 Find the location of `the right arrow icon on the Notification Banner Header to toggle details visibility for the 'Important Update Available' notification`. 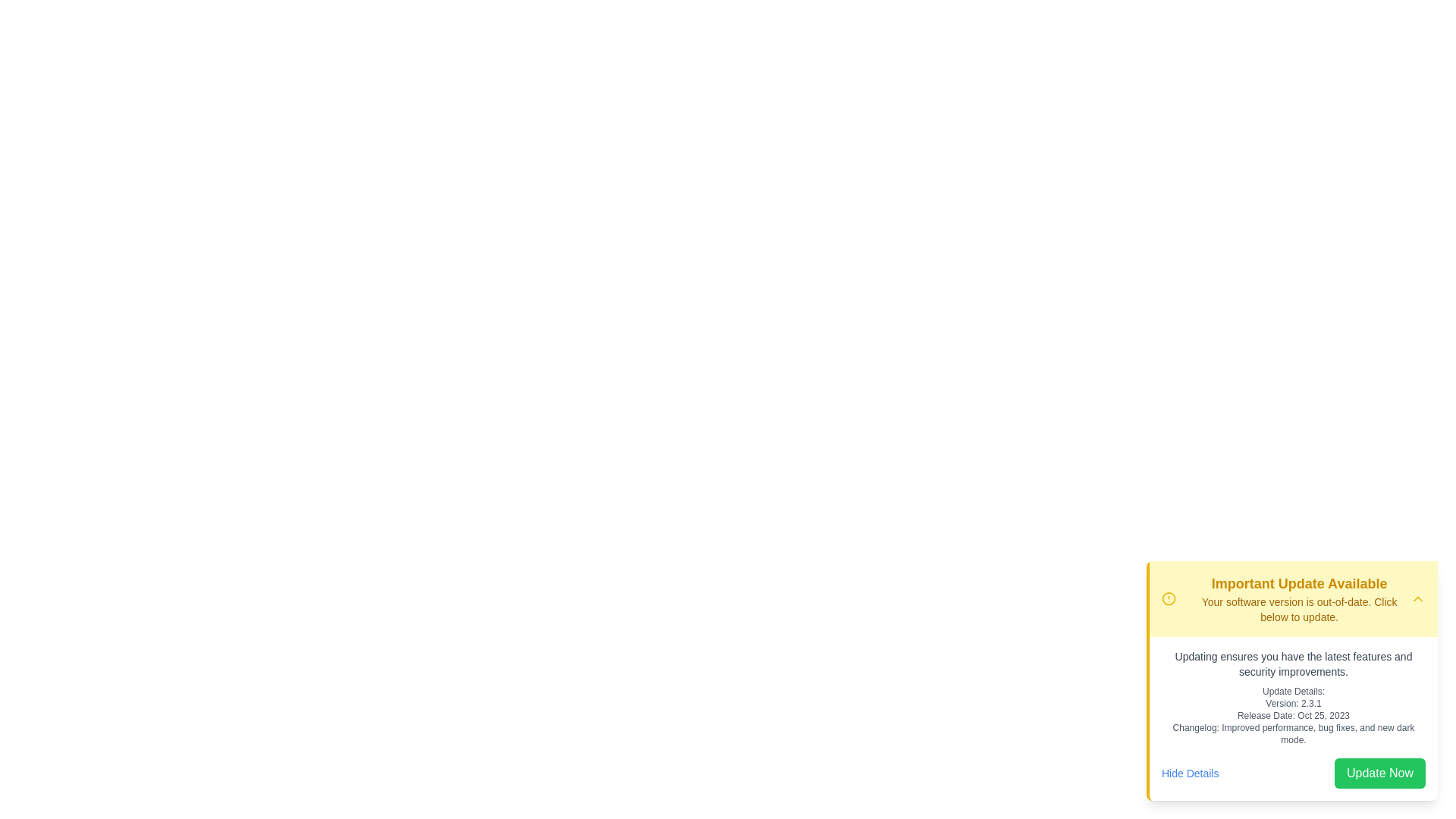

the right arrow icon on the Notification Banner Header to toggle details visibility for the 'Important Update Available' notification is located at coordinates (1292, 598).